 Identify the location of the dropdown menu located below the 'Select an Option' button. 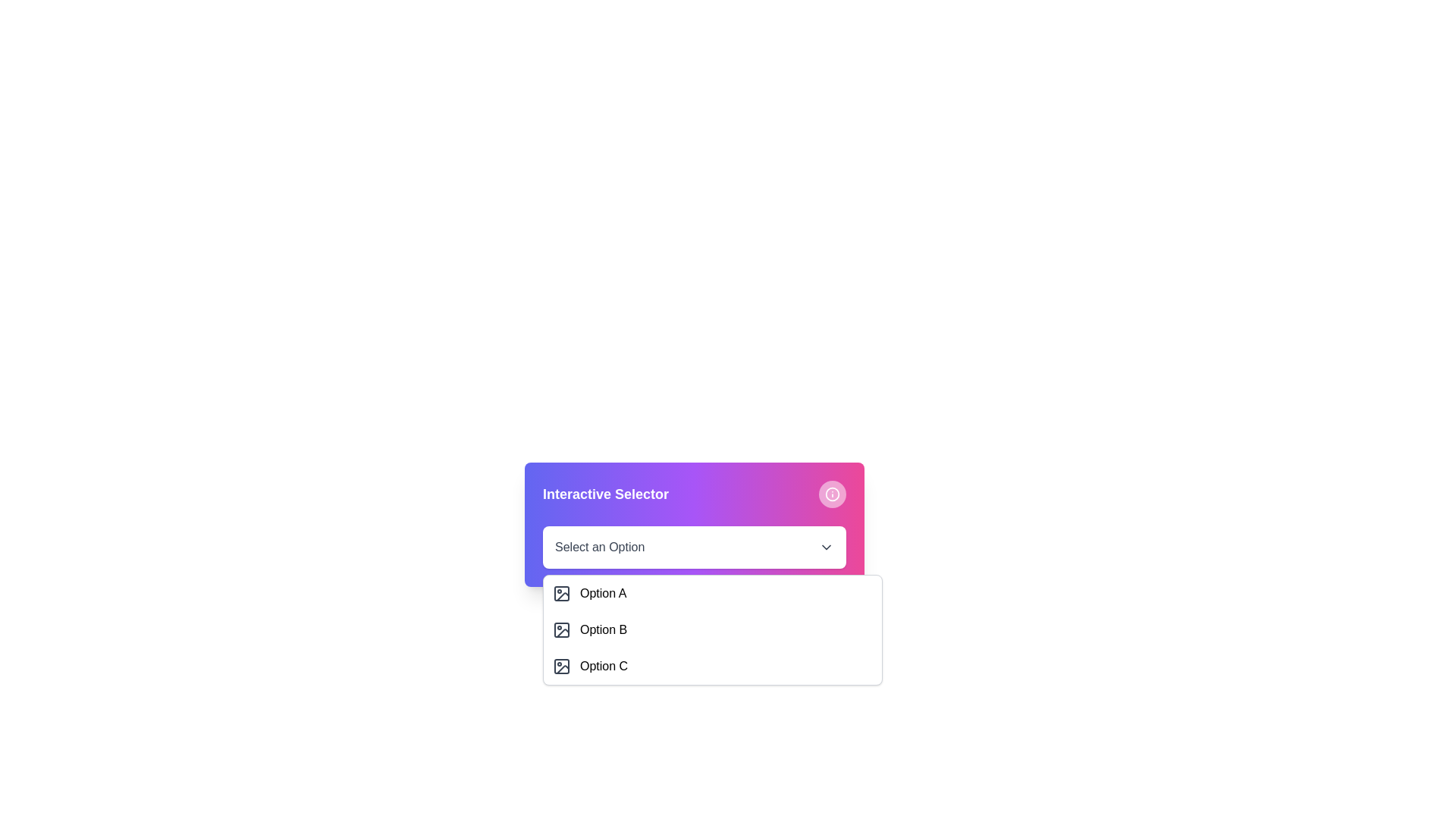
(712, 629).